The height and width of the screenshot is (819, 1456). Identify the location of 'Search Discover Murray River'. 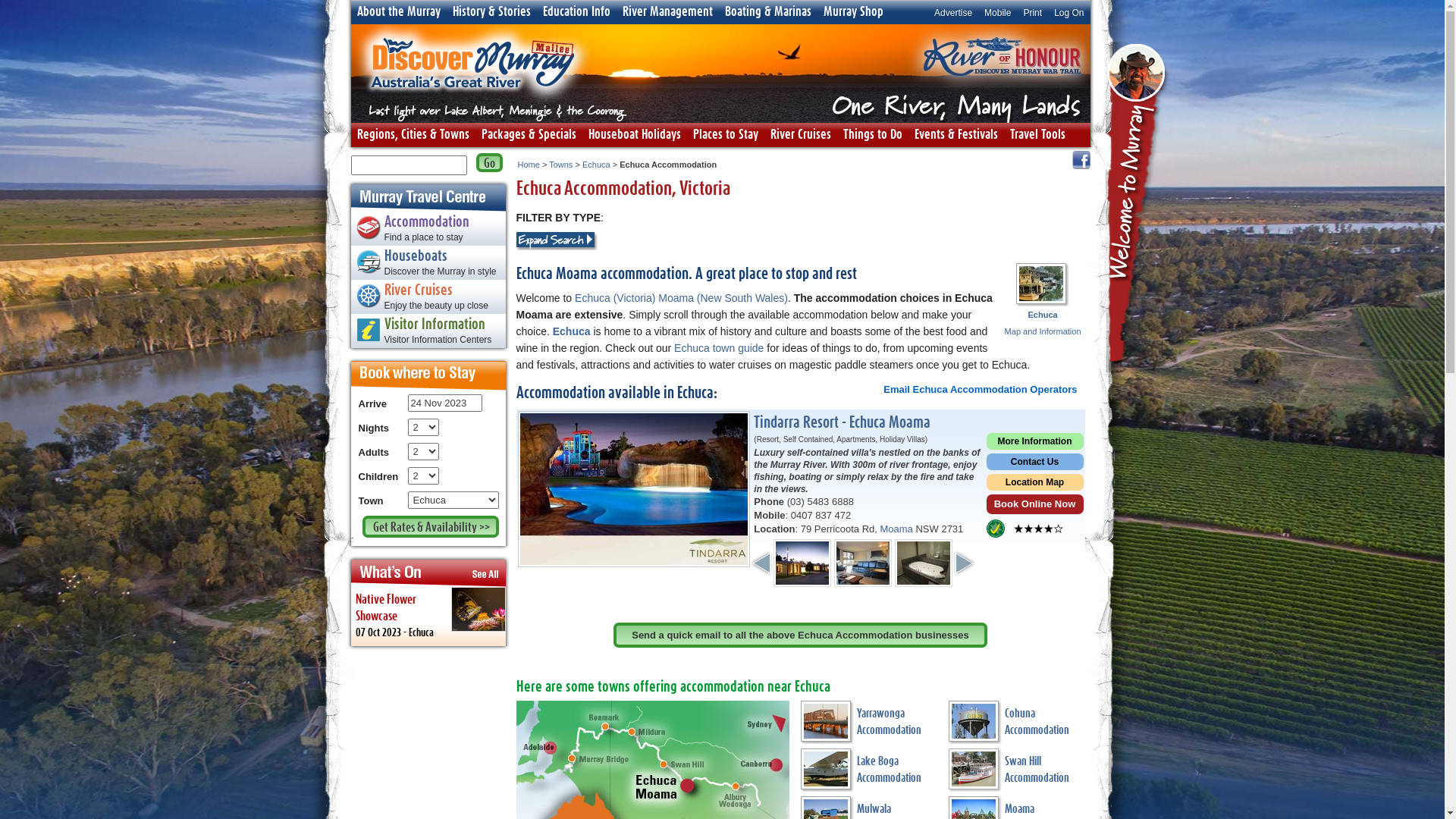
(489, 162).